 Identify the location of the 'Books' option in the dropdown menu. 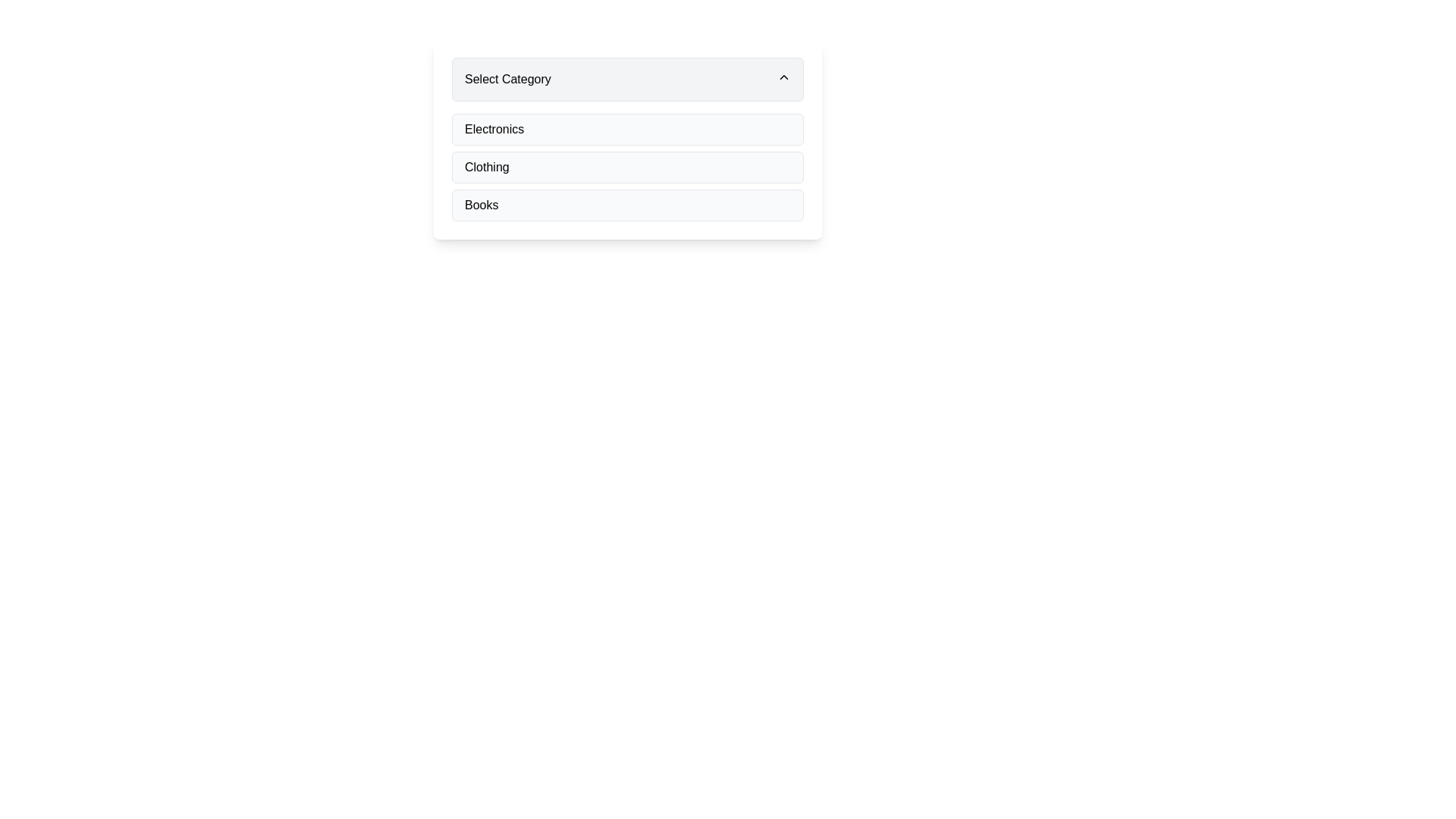
(628, 205).